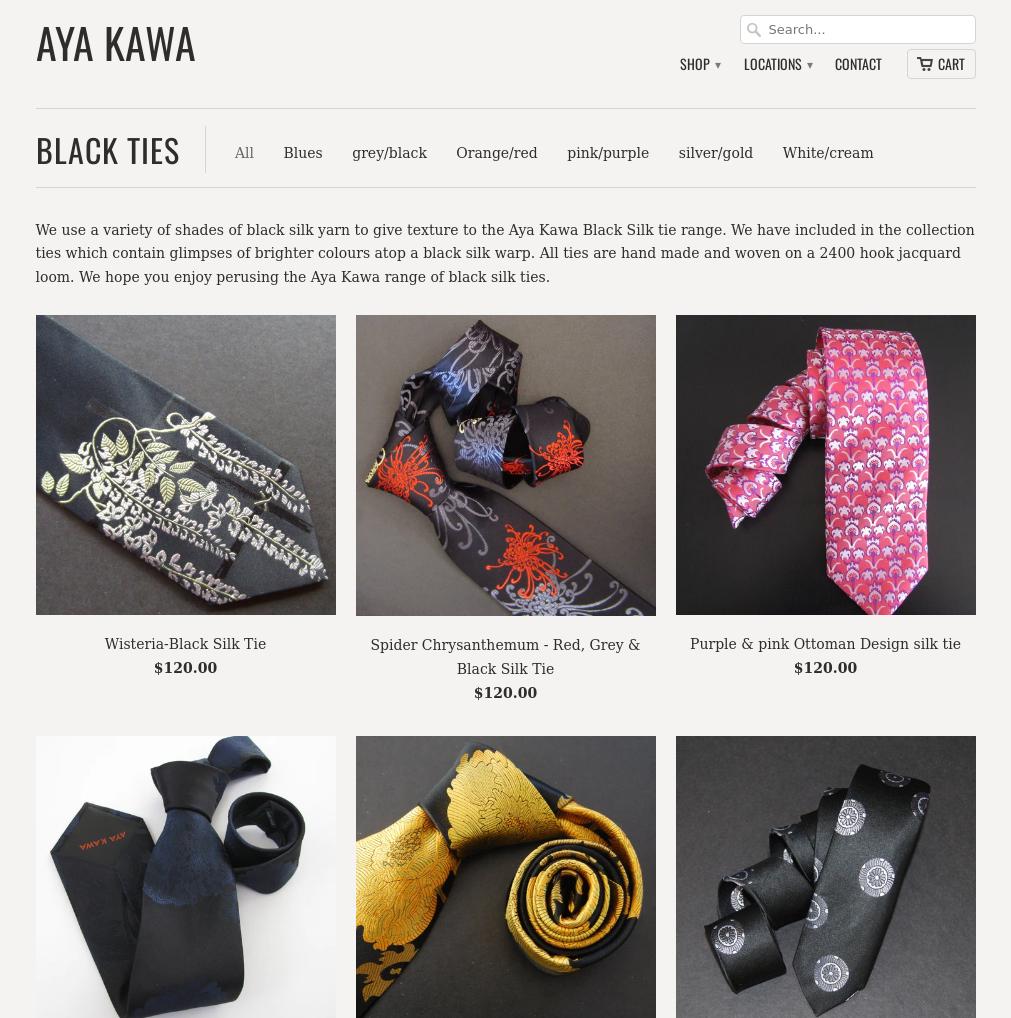 The height and width of the screenshot is (1018, 1011). I want to click on 'Aya Kawa', so click(113, 41).